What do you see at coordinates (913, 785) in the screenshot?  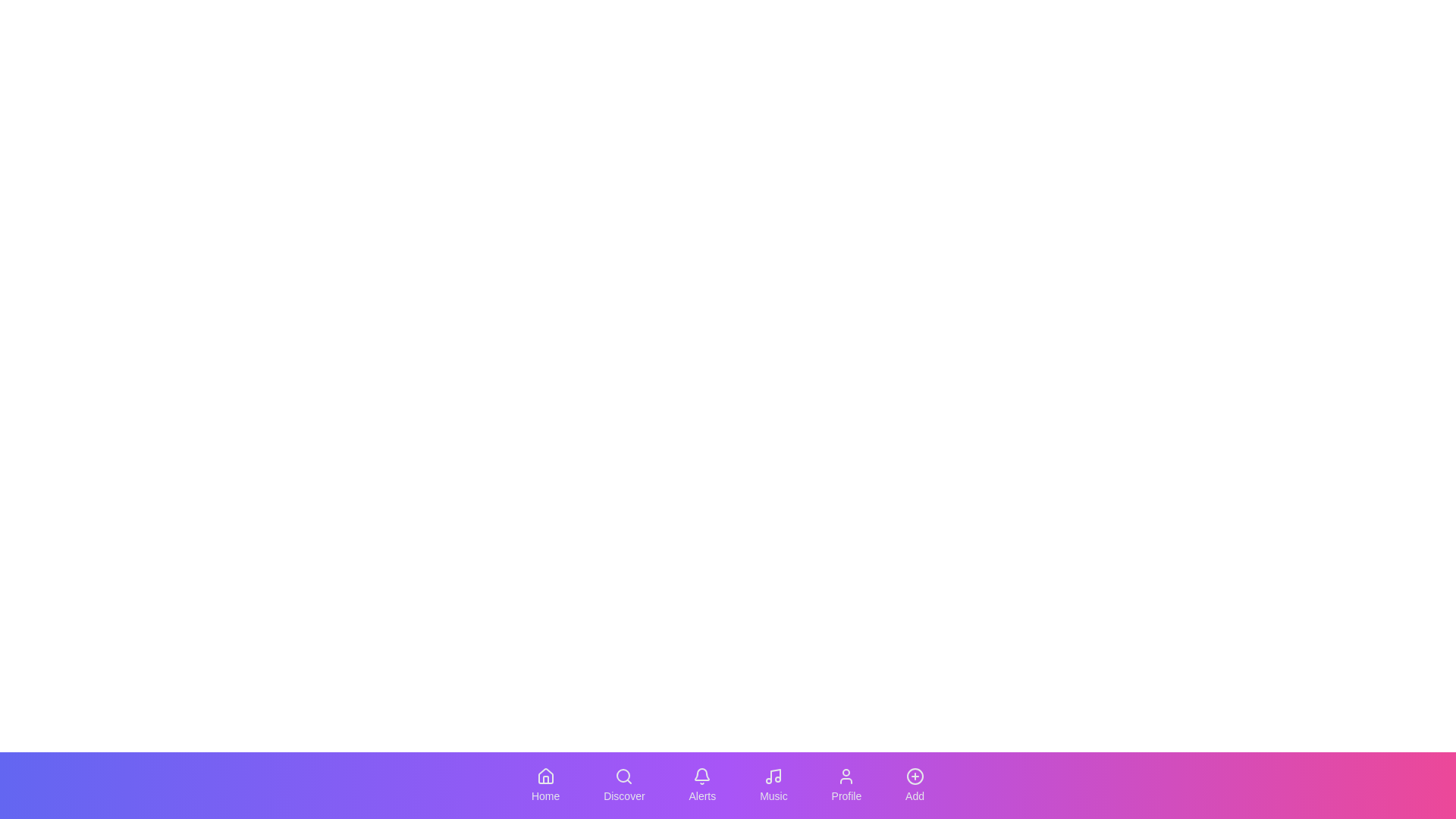 I see `the navigation button corresponding to Add` at bounding box center [913, 785].